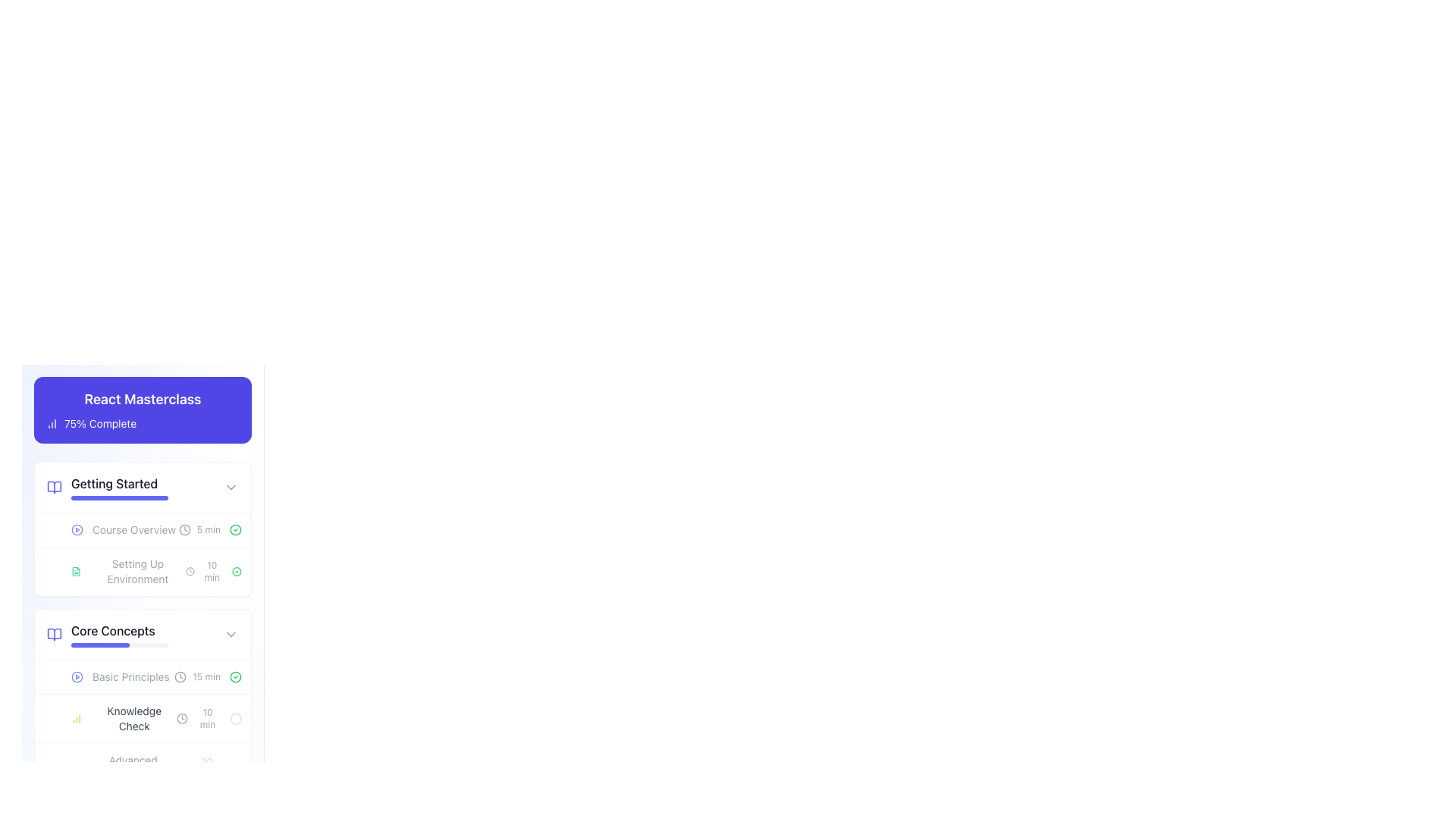 The image size is (1456, 819). Describe the element at coordinates (52, 424) in the screenshot. I see `the small monochrome column chart icon located to the left of the text '75% Complete' within the 'React Masterclass' section` at that location.